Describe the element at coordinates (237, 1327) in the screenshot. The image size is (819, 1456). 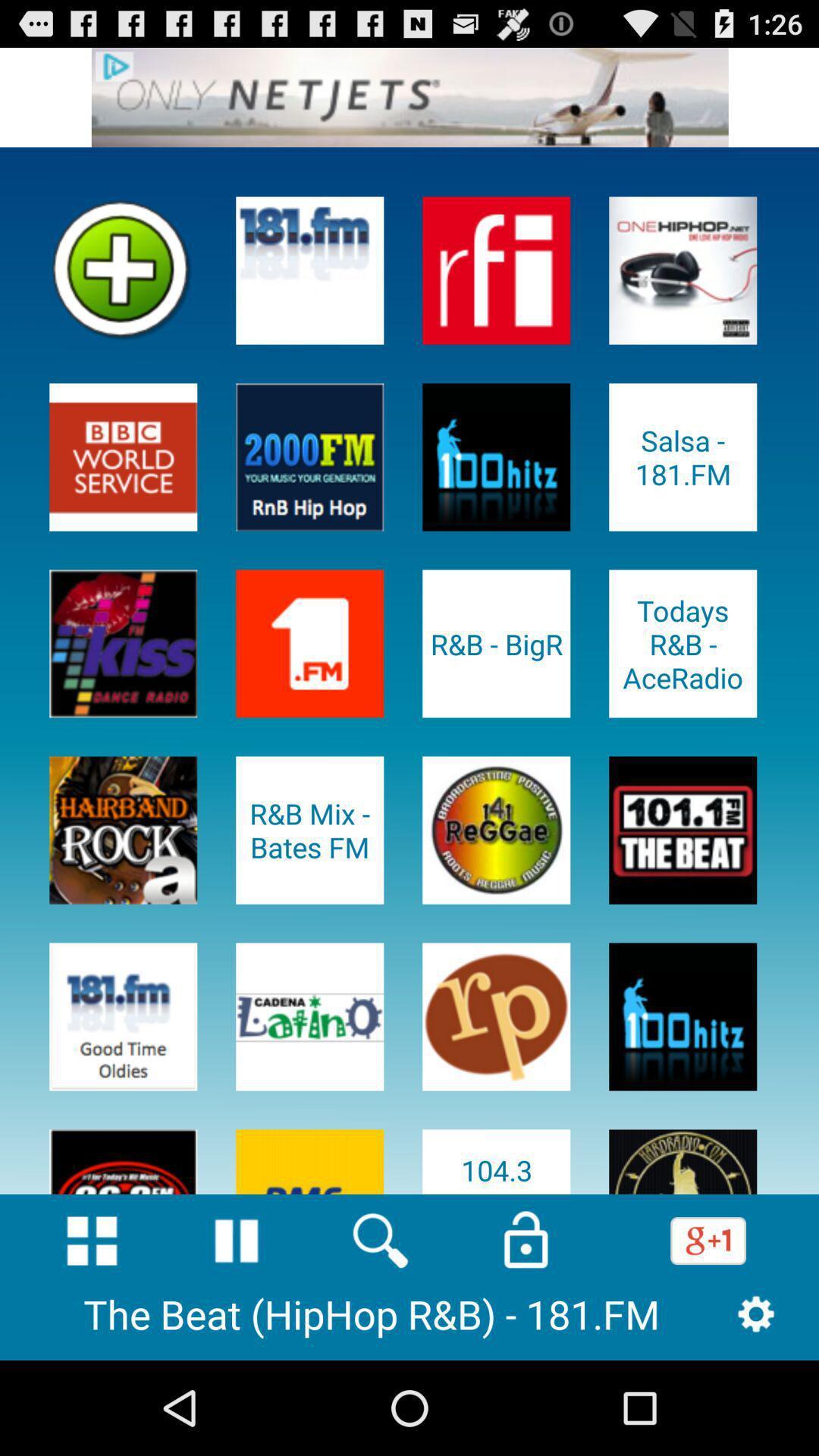
I see `the pause icon` at that location.